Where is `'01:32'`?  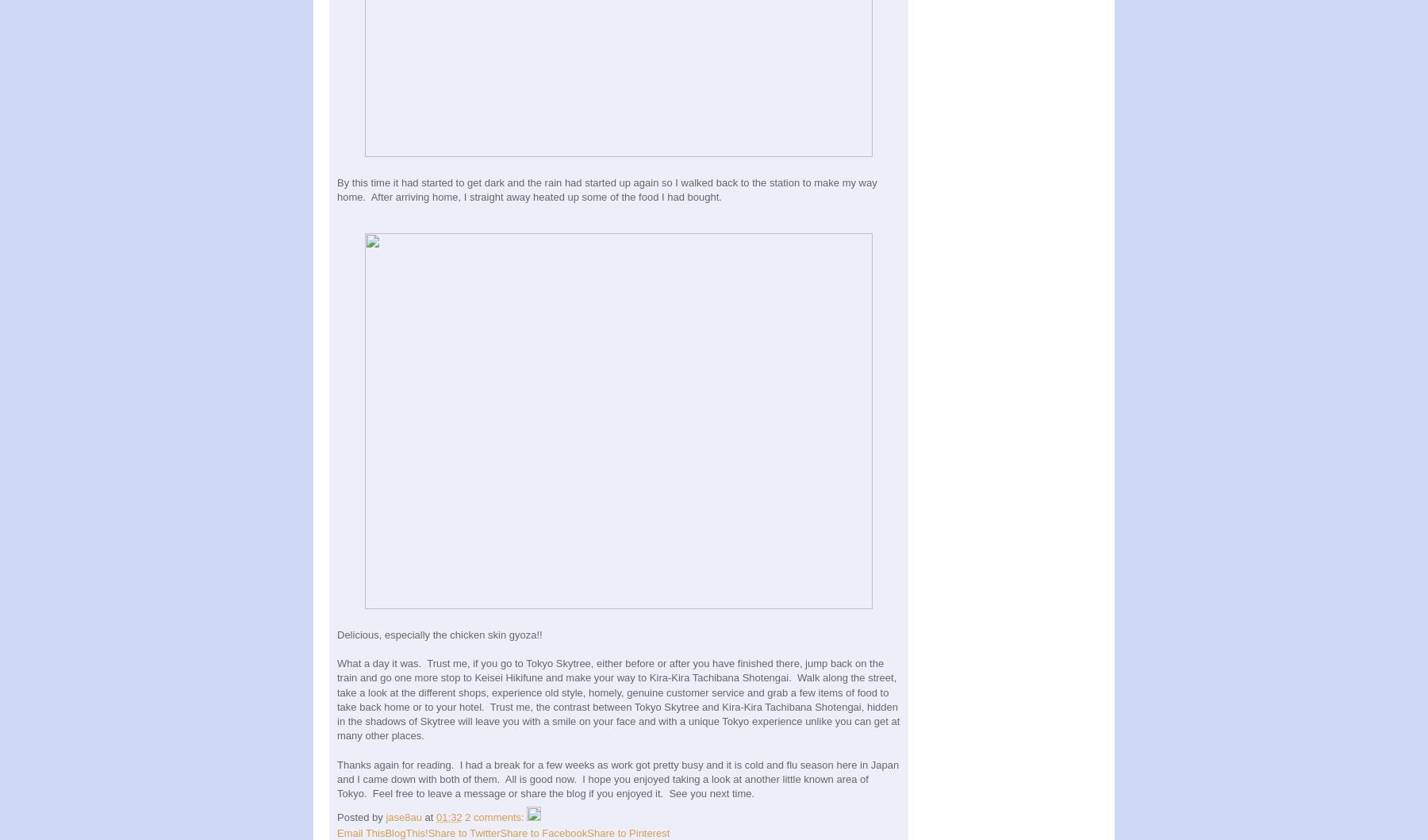
'01:32' is located at coordinates (448, 815).